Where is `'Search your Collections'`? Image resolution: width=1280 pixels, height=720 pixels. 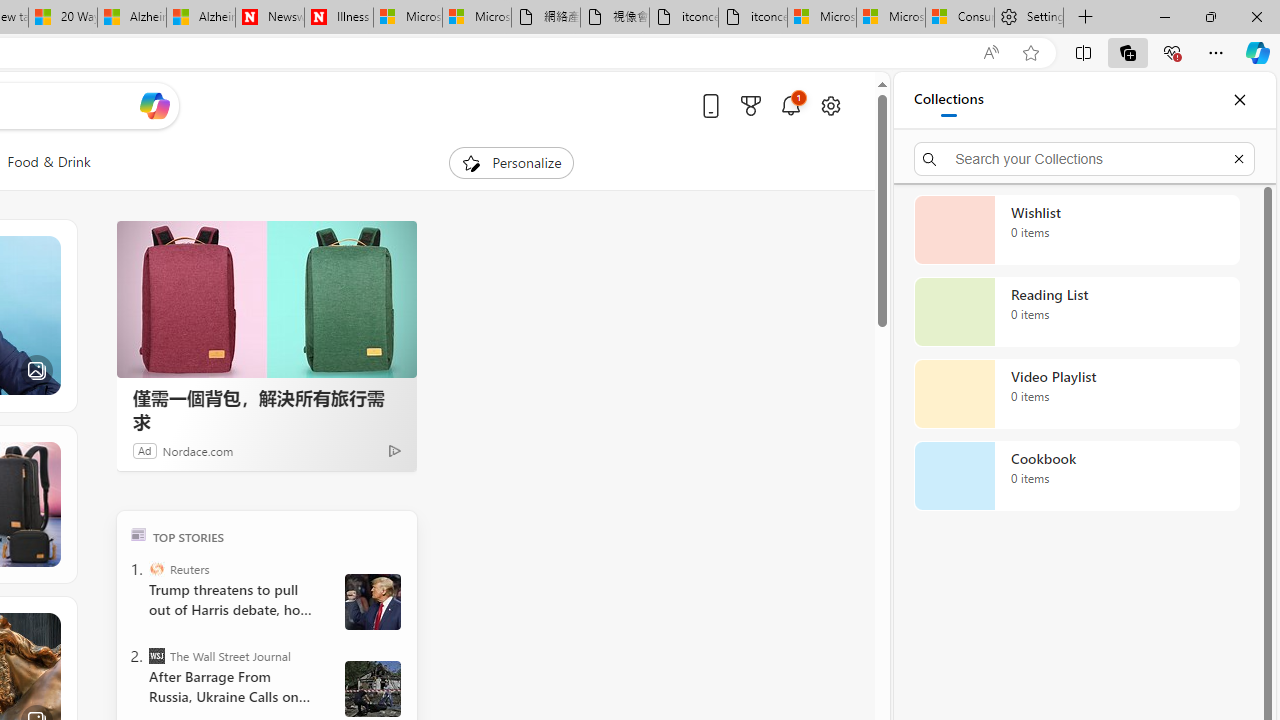 'Search your Collections' is located at coordinates (1083, 158).